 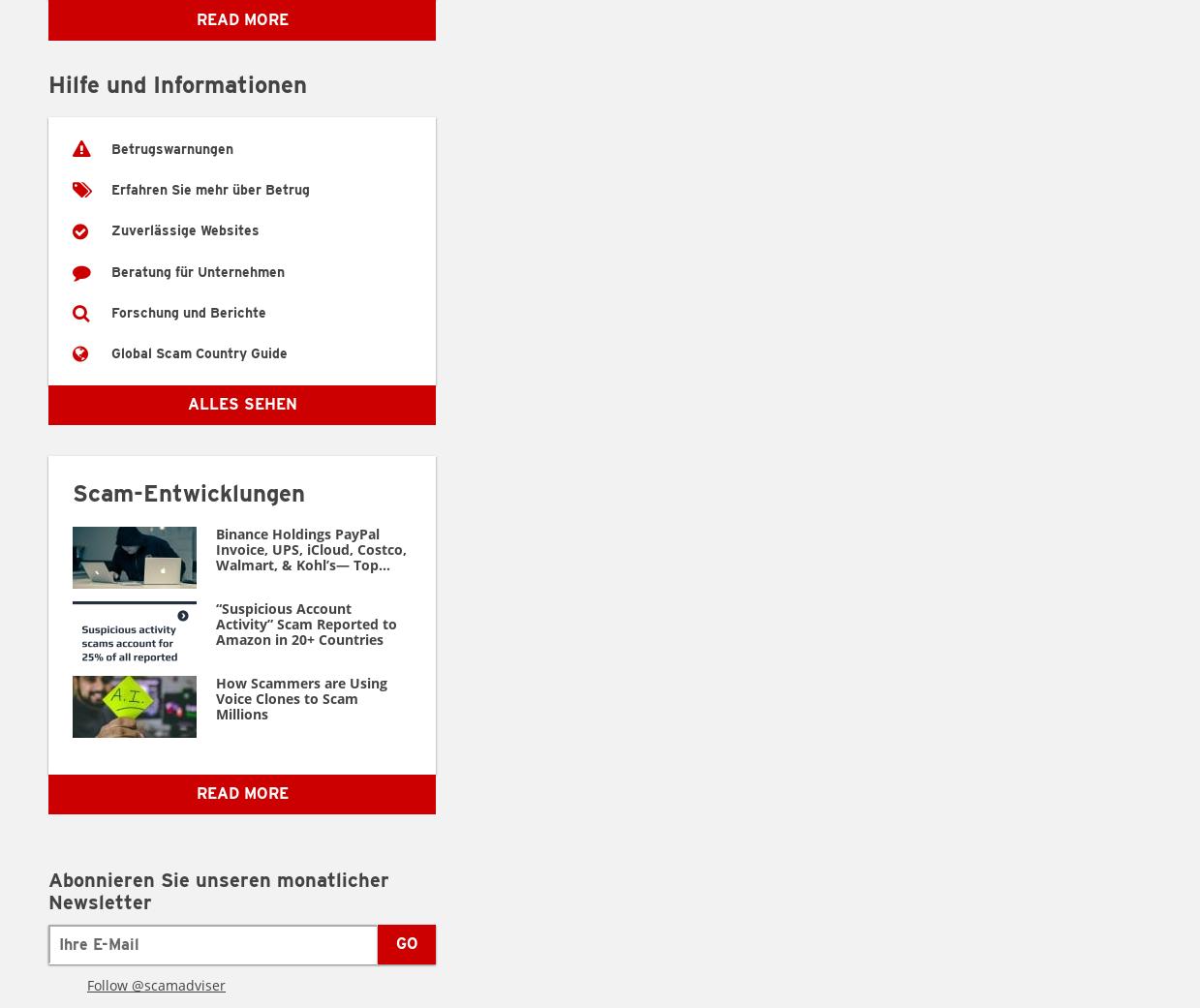 What do you see at coordinates (215, 696) in the screenshot?
I see `'How Scammers are Using Voice Clones to Scam Millions'` at bounding box center [215, 696].